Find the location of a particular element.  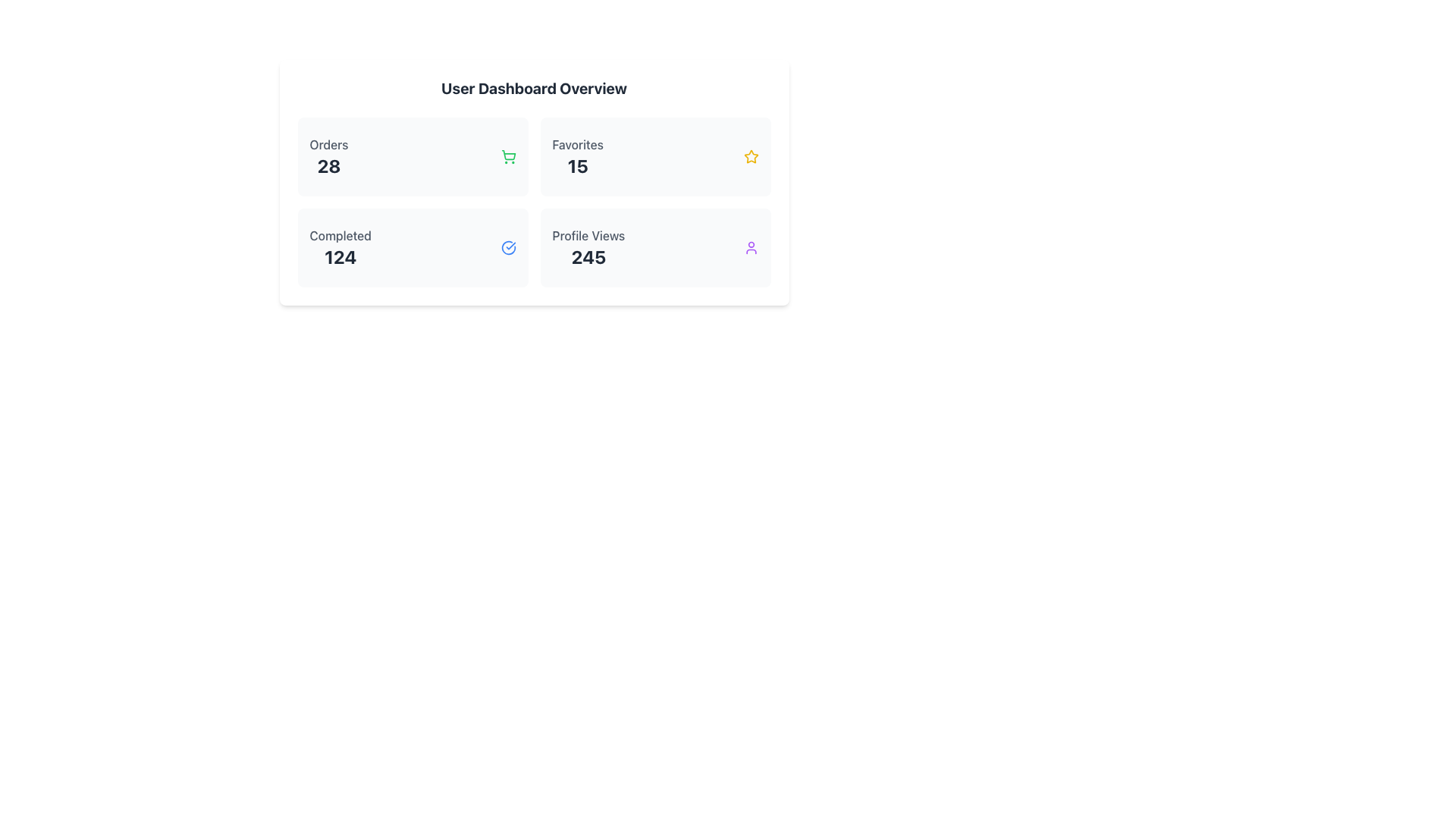

the Text Label displaying the number '28' within the 'Orders' card in the top-left quadrant of the dashboard is located at coordinates (328, 166).